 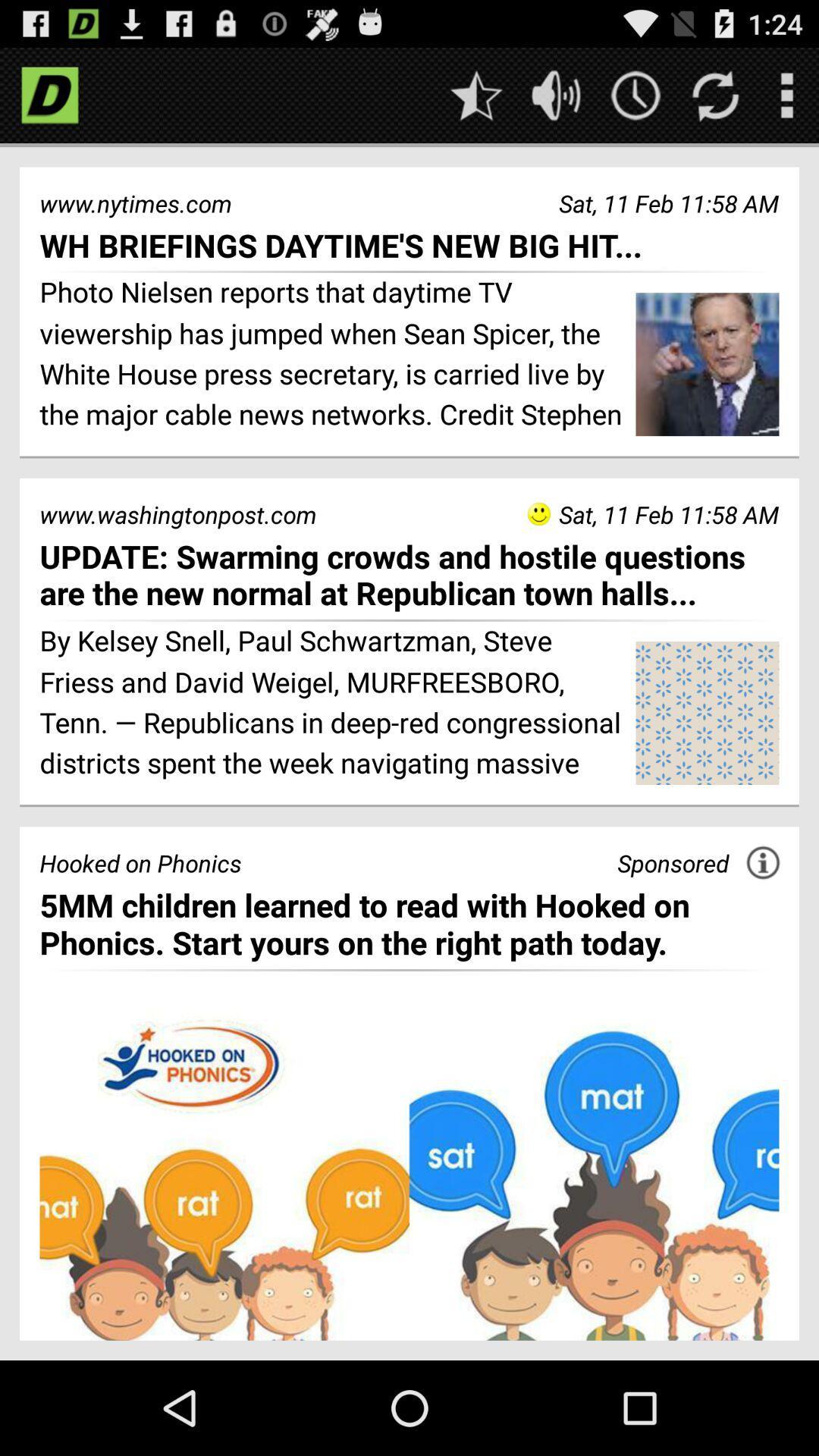 What do you see at coordinates (635, 101) in the screenshot?
I see `the time icon` at bounding box center [635, 101].